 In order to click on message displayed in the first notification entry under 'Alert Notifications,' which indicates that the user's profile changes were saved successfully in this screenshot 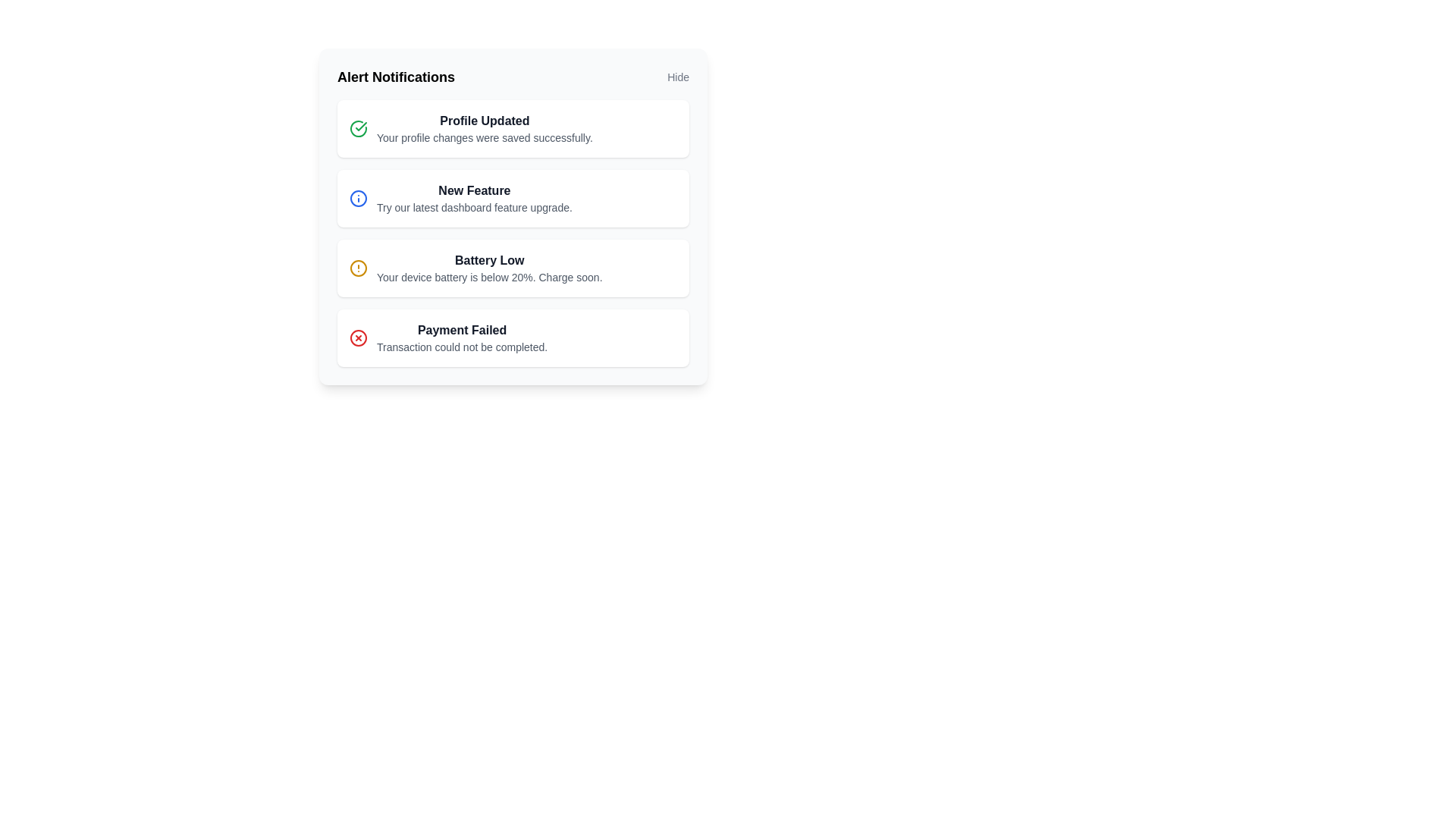, I will do `click(484, 127)`.